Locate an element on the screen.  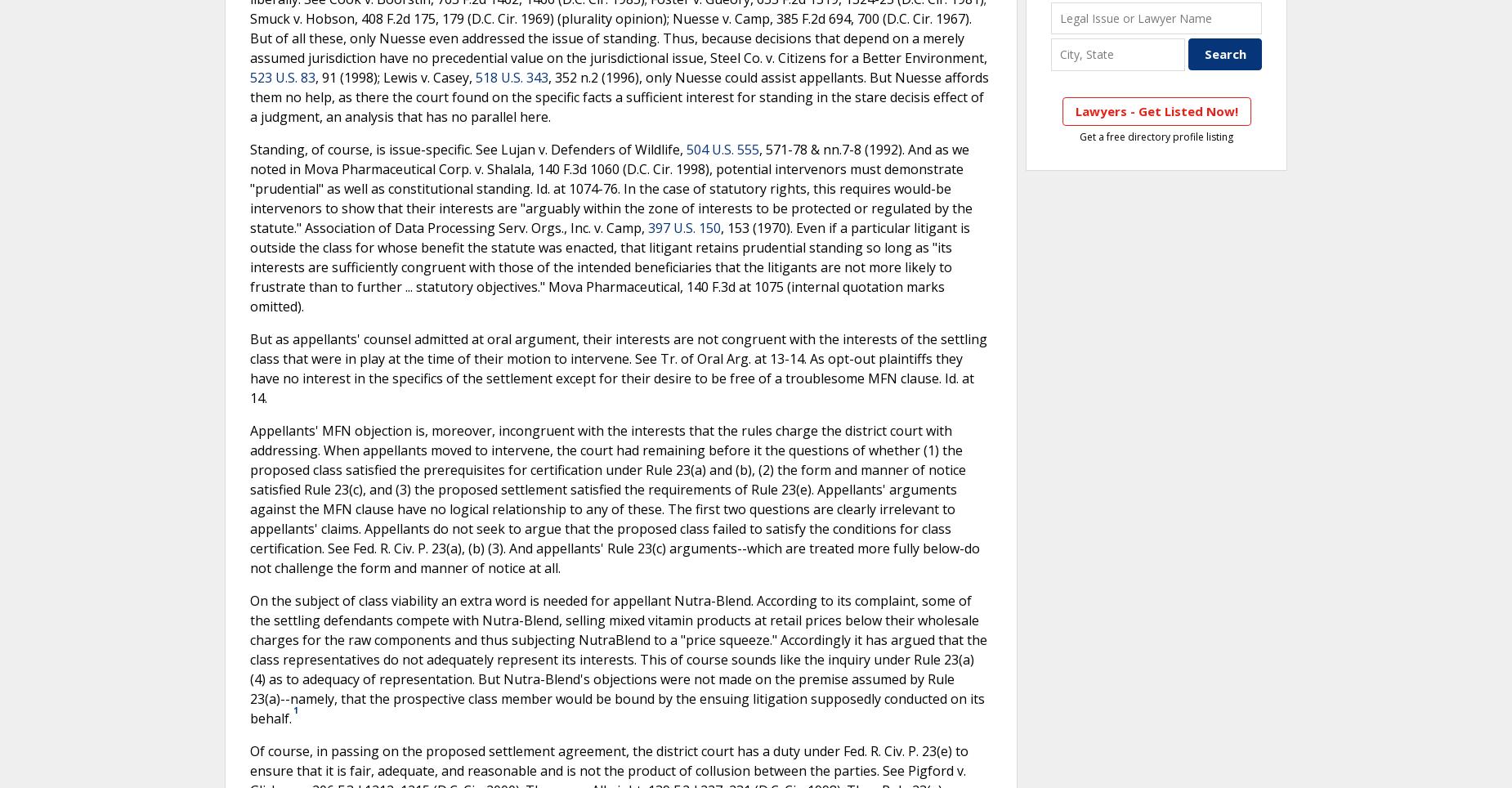
'1' is located at coordinates (295, 710).